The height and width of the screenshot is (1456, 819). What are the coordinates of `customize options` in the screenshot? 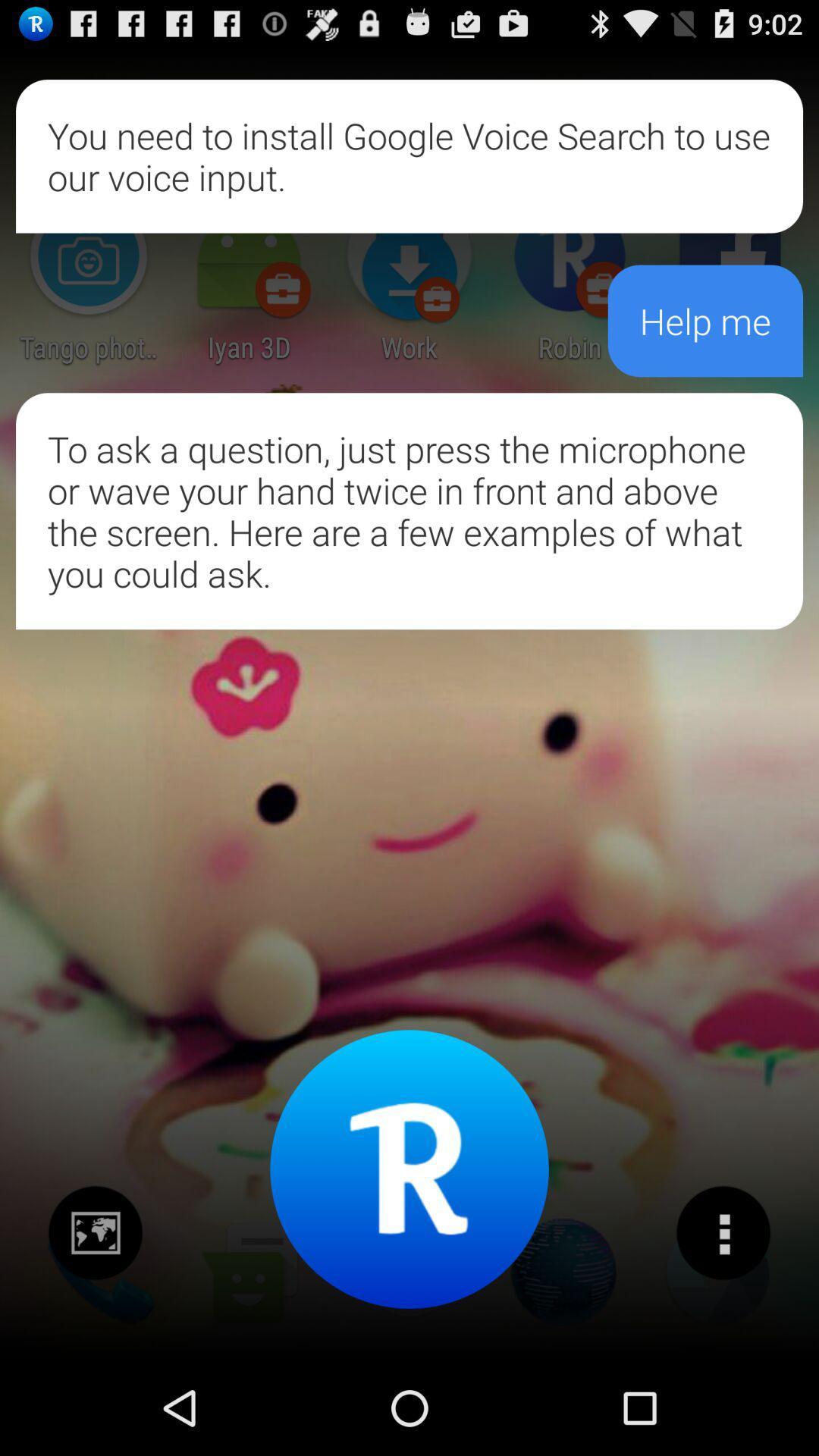 It's located at (722, 1233).